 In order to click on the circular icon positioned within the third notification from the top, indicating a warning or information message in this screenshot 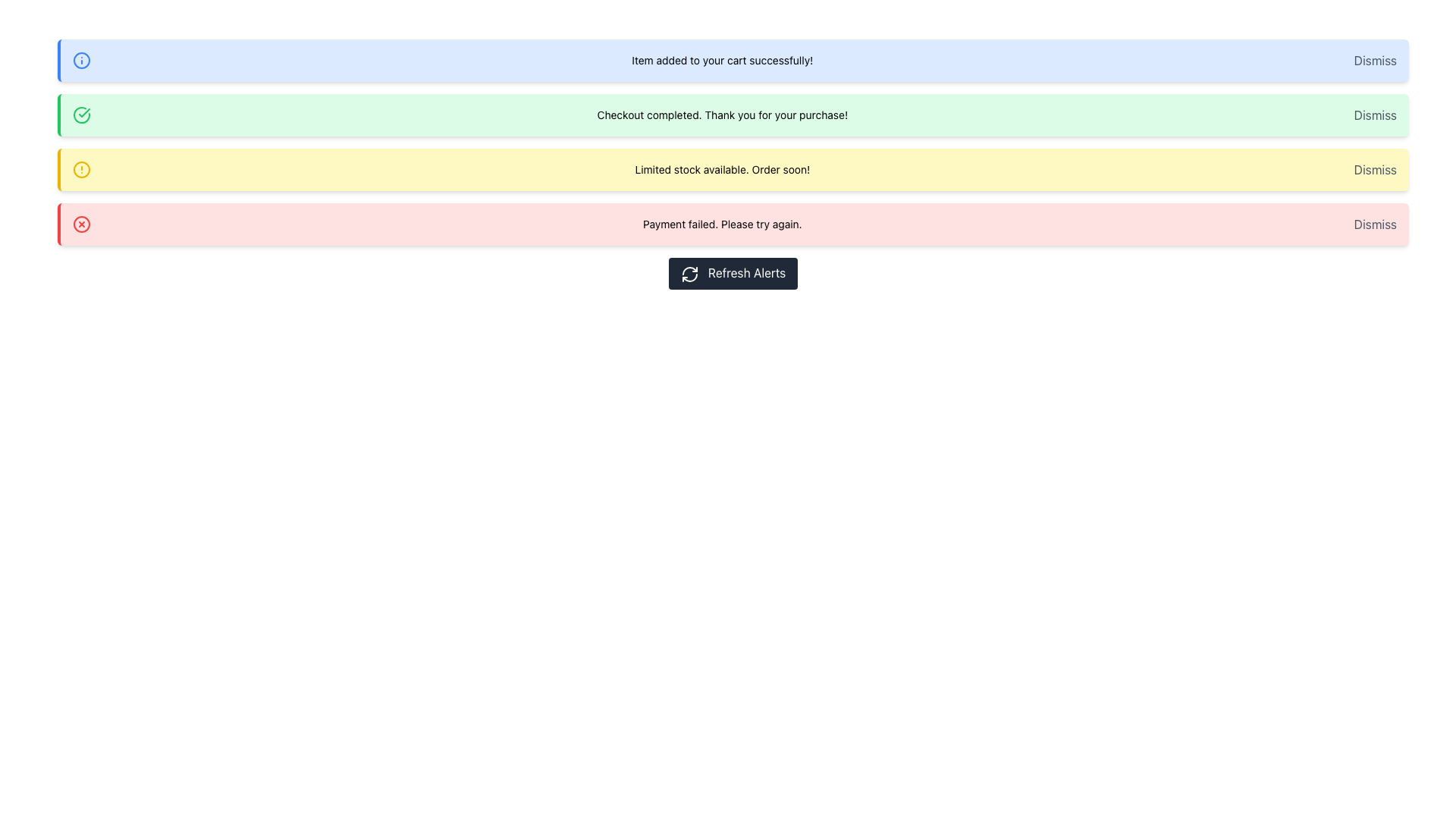, I will do `click(81, 169)`.